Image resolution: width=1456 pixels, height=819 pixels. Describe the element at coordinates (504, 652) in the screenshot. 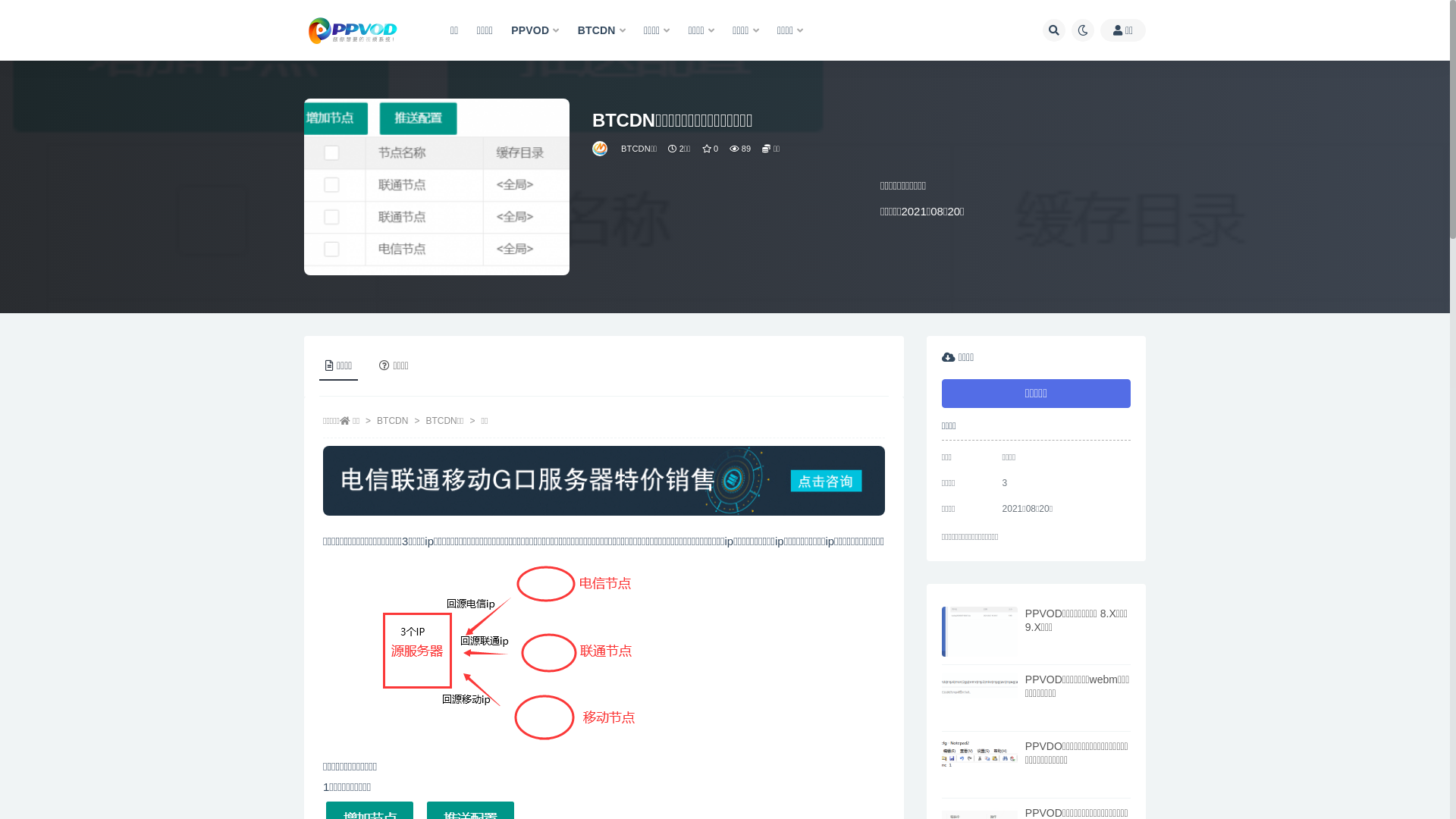

I see `'1628739358-8d22f11da597c24'` at that location.